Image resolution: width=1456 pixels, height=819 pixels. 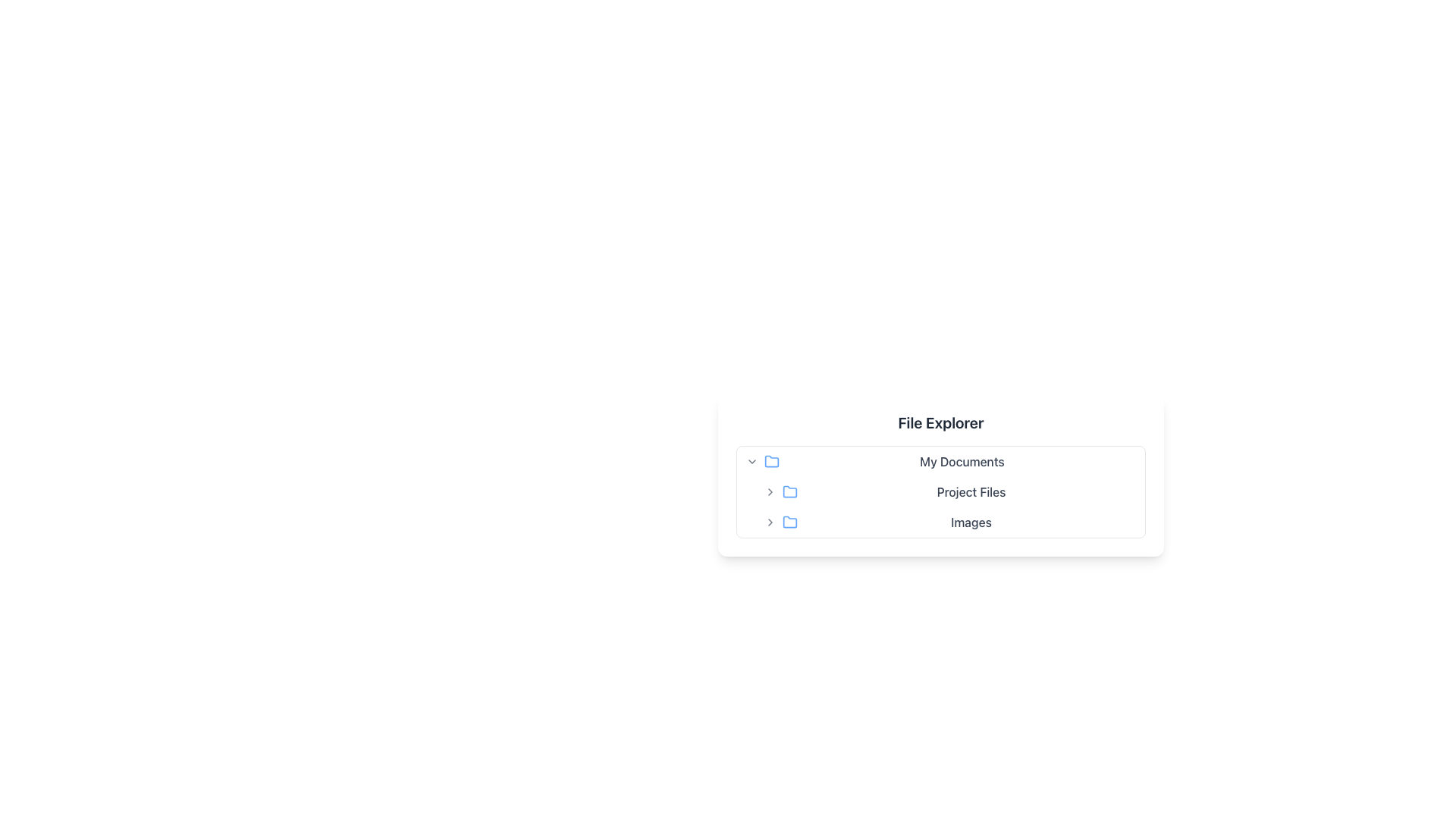 What do you see at coordinates (789, 520) in the screenshot?
I see `the third folder icon in the file explorer list, which represents a folder and is located adjacent to the 'Images' text` at bounding box center [789, 520].